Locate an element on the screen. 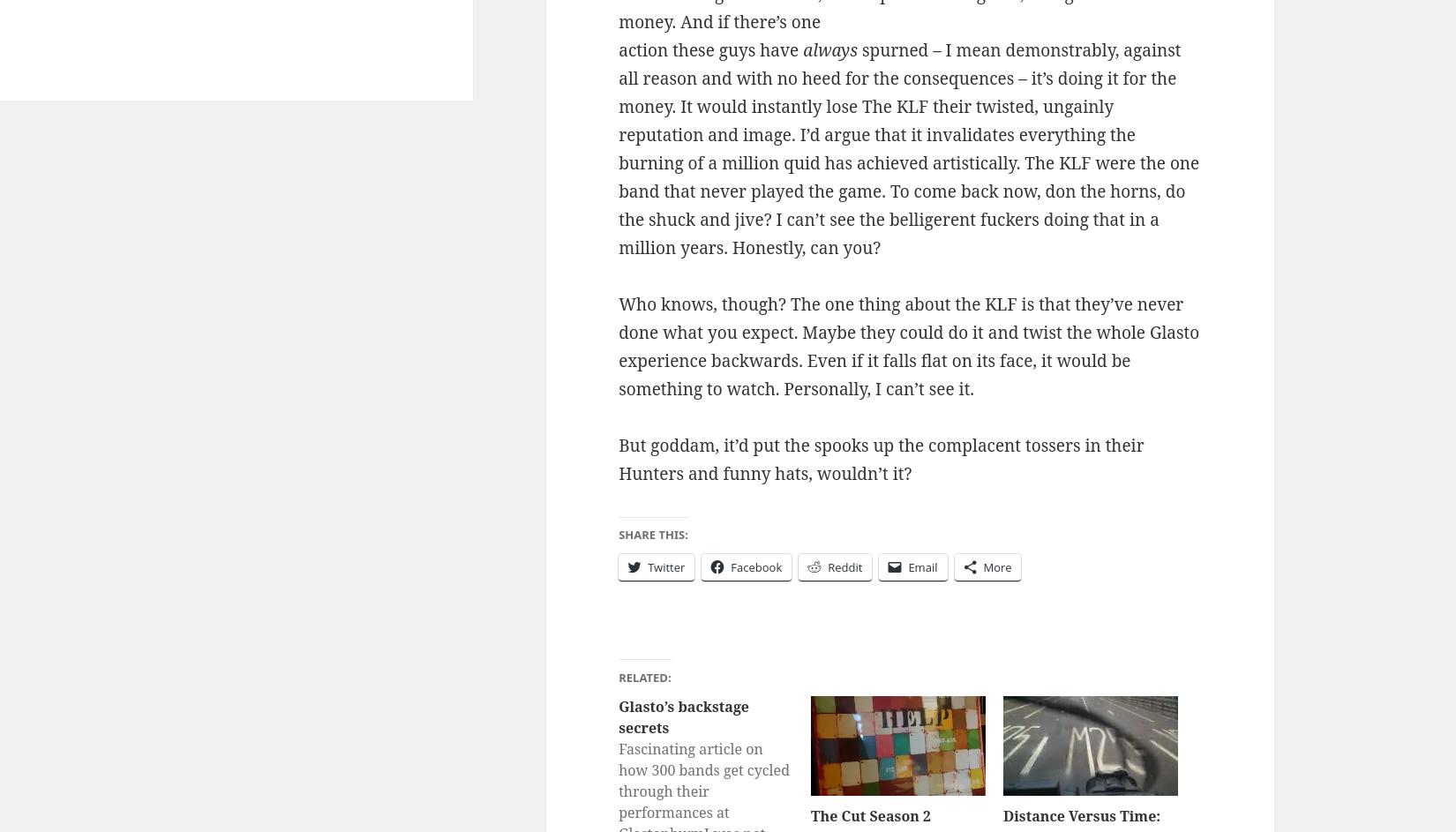 The height and width of the screenshot is (832, 1456). 'But goddam, it’d put the spooks up the complacent tossers in their Hunters and funny hats, wouldn’t it?' is located at coordinates (881, 457).